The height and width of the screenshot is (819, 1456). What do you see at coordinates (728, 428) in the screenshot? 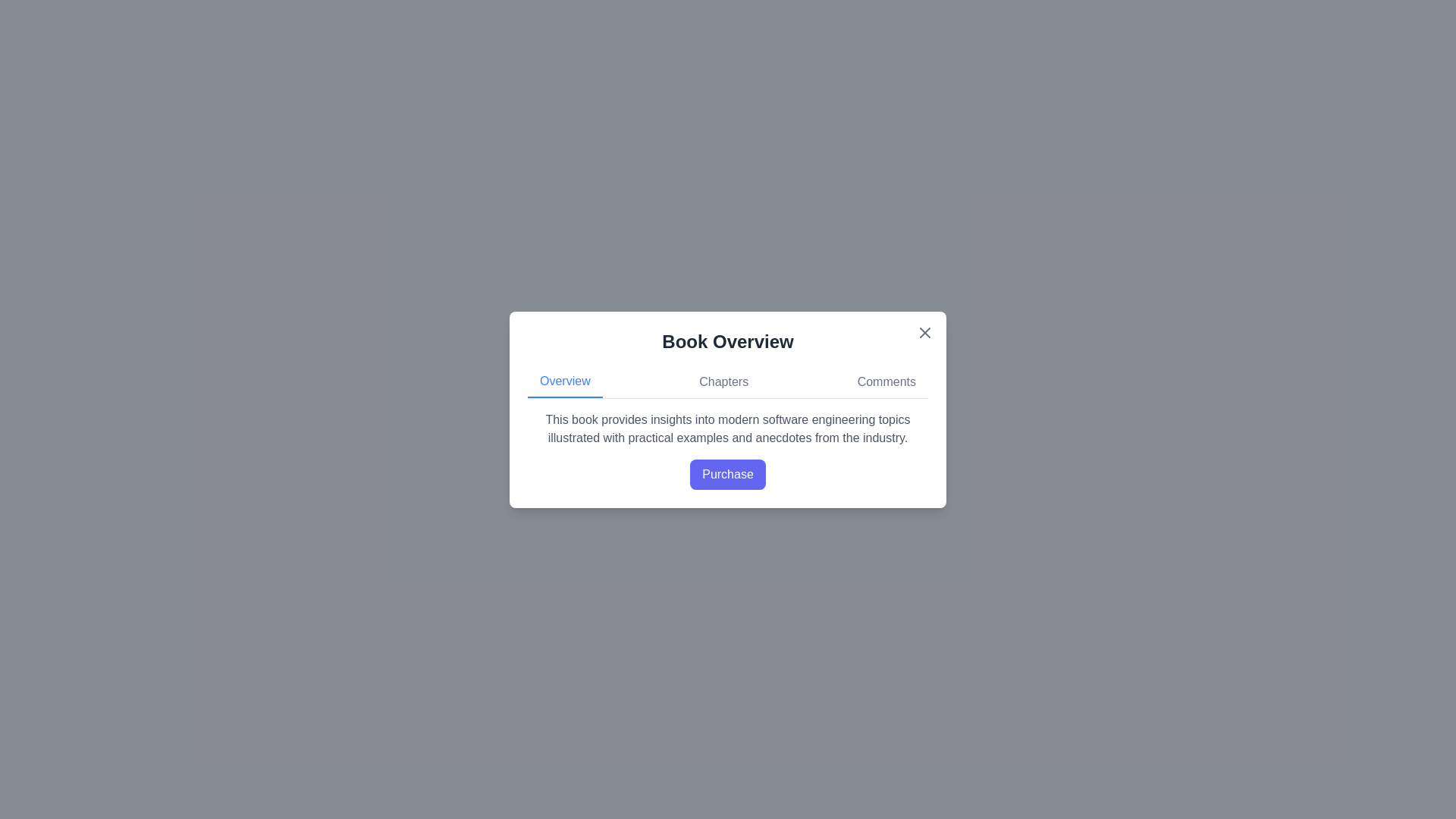
I see `detailed information text about the book, located in the modal dialog beneath the navigation tabs and above the 'Purchase' button` at bounding box center [728, 428].